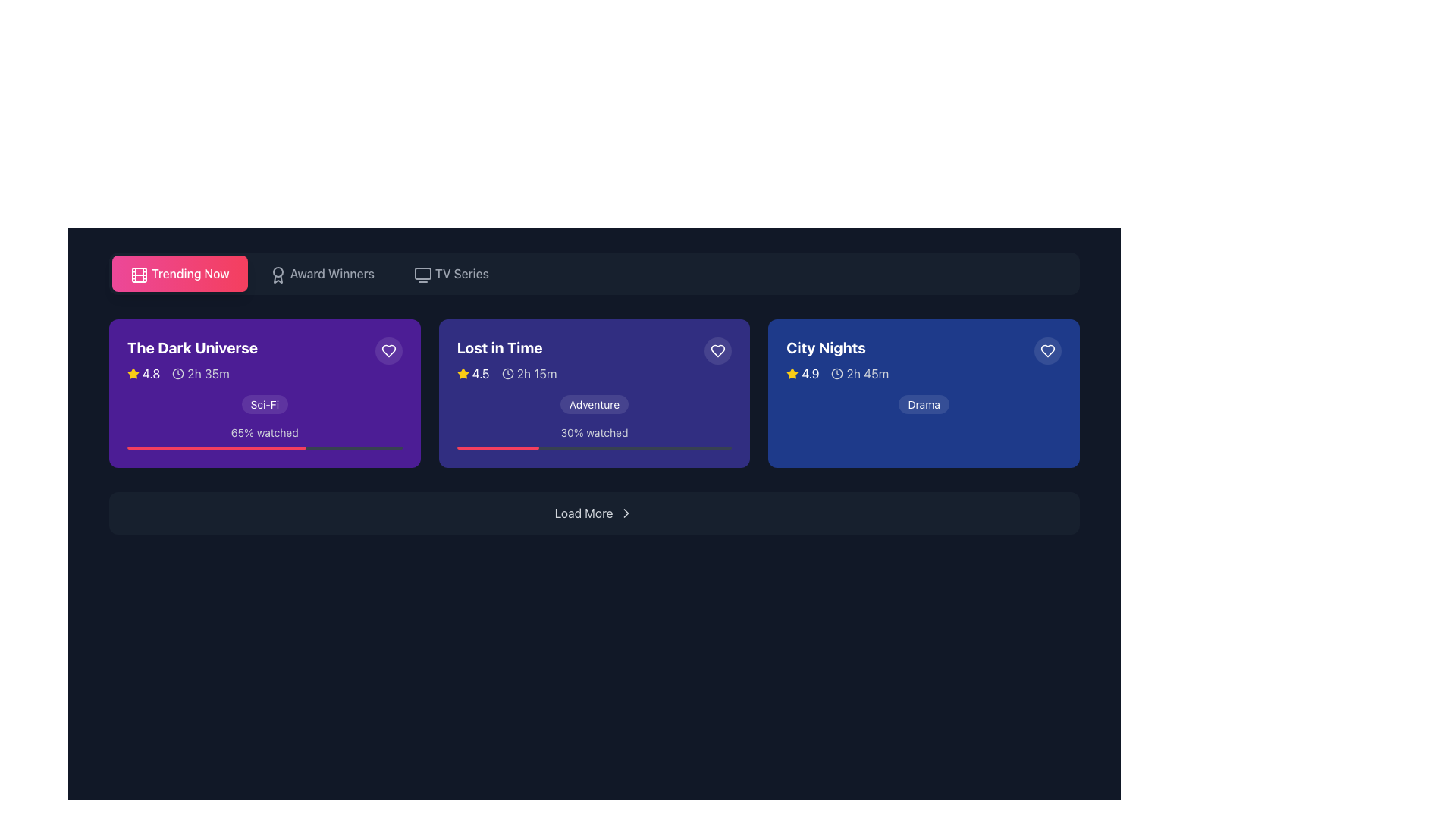 This screenshot has width=1456, height=819. Describe the element at coordinates (388, 350) in the screenshot. I see `the favorite button located in the top-right corner of the purple card titled 'The Dark Universe' to mark it as favorite` at that location.